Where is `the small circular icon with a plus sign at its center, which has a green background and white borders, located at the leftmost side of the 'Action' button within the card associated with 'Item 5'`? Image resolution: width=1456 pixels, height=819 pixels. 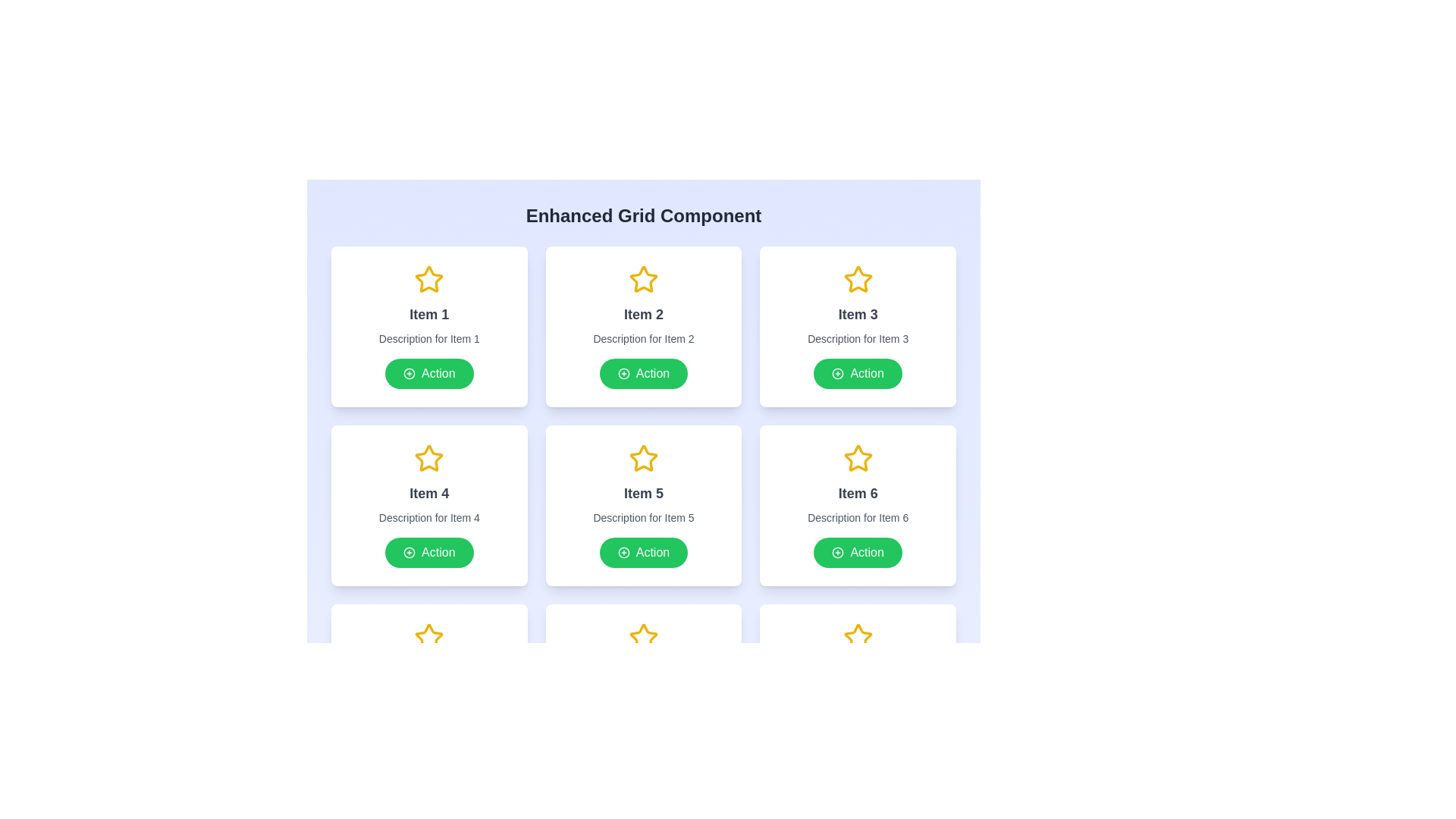
the small circular icon with a plus sign at its center, which has a green background and white borders, located at the leftmost side of the 'Action' button within the card associated with 'Item 5' is located at coordinates (623, 553).